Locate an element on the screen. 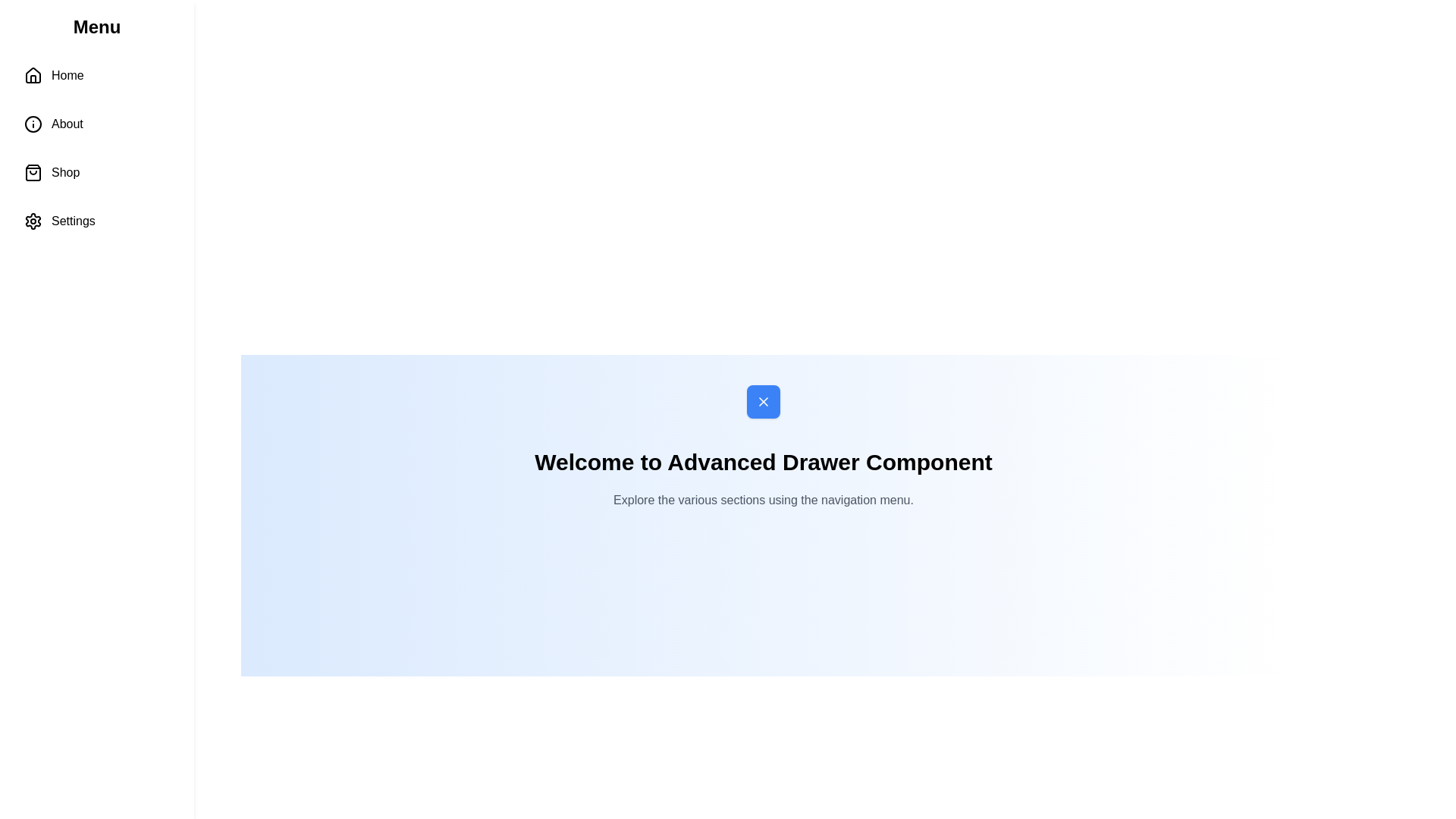 This screenshot has height=819, width=1456. the text block containing 'Explore the various sections using the navigation menu.', which is styled with a grey font on a light blue background and is located below the heading 'Welcome to Advanced Drawer Component' is located at coordinates (764, 500).